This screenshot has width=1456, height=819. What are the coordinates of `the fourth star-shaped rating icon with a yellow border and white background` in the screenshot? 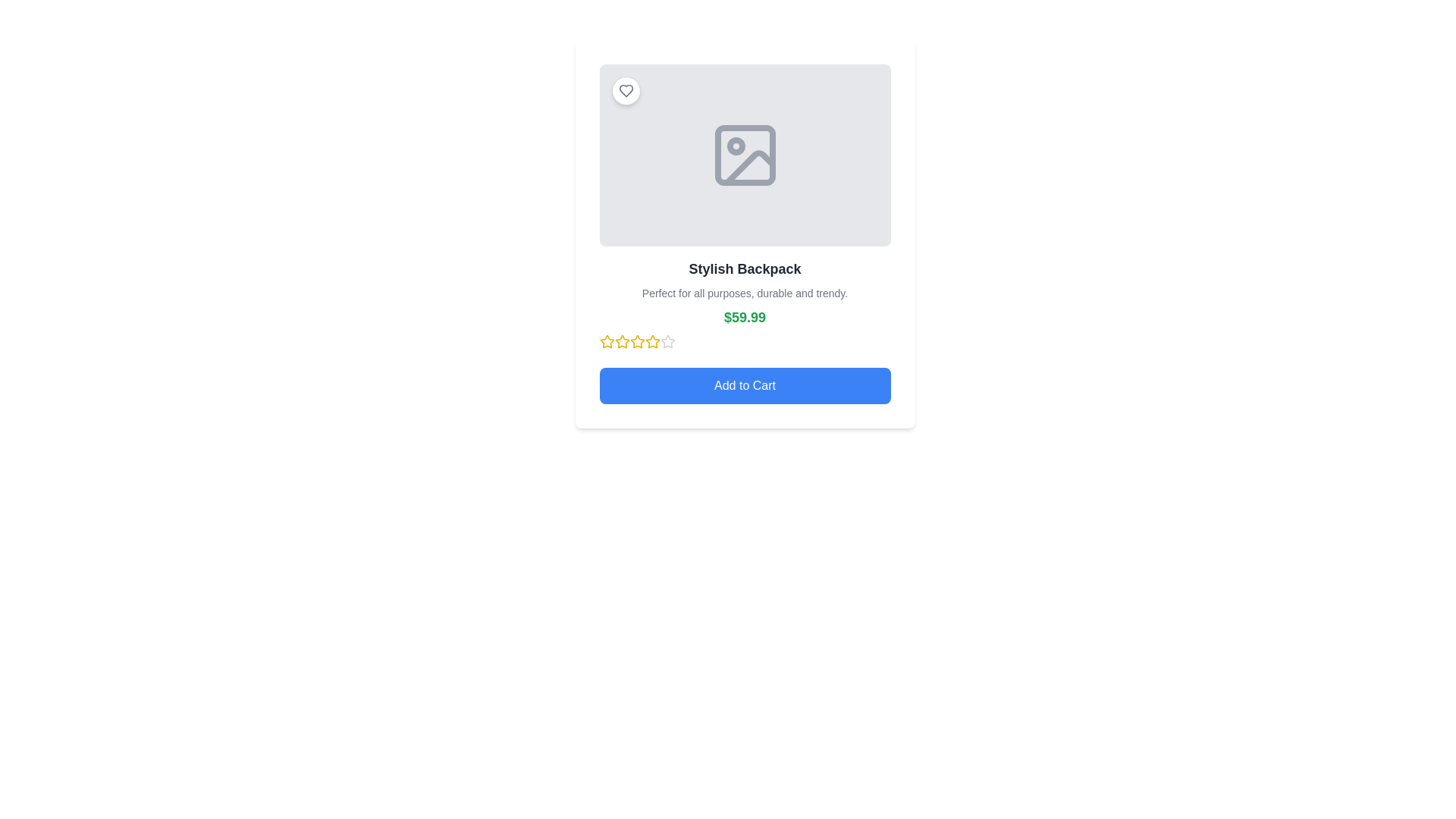 It's located at (637, 342).